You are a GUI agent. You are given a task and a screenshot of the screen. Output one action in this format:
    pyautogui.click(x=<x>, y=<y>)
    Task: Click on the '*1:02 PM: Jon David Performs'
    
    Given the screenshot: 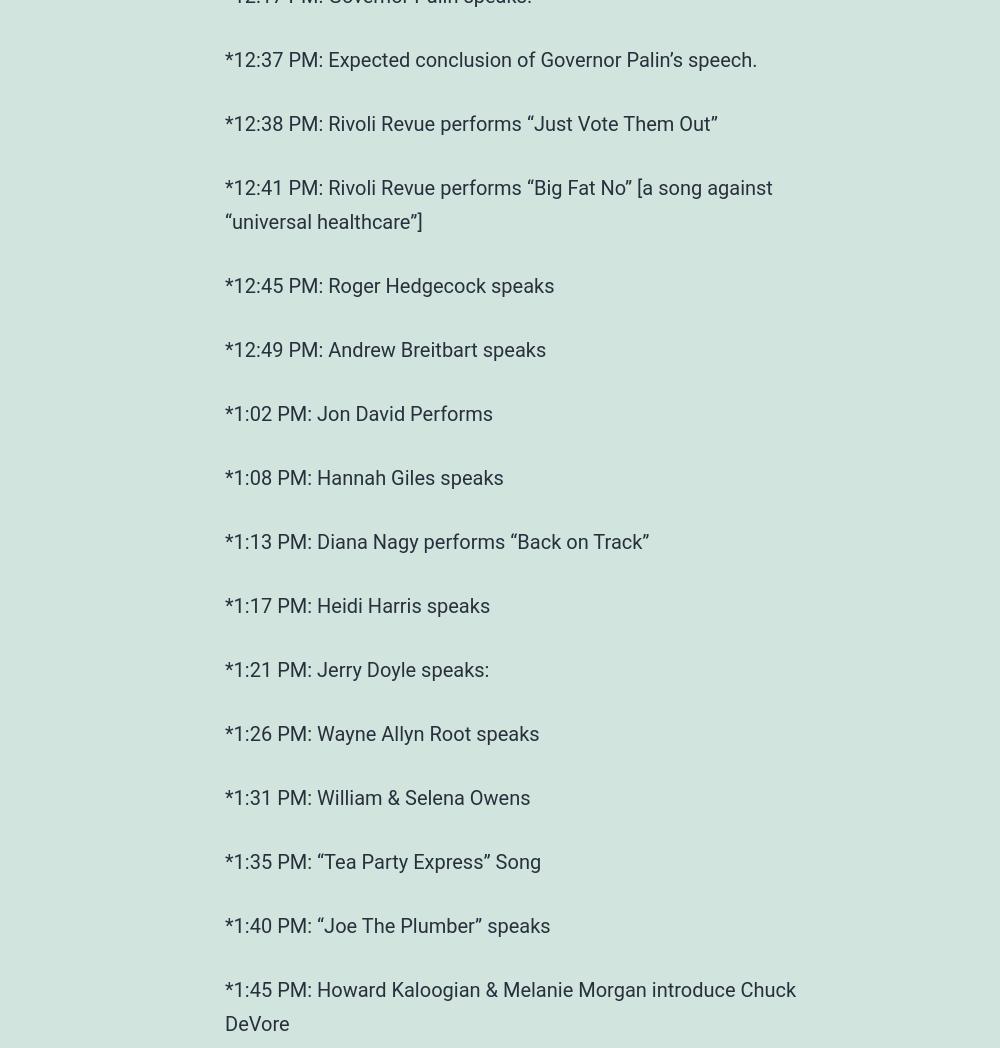 What is the action you would take?
    pyautogui.click(x=358, y=413)
    